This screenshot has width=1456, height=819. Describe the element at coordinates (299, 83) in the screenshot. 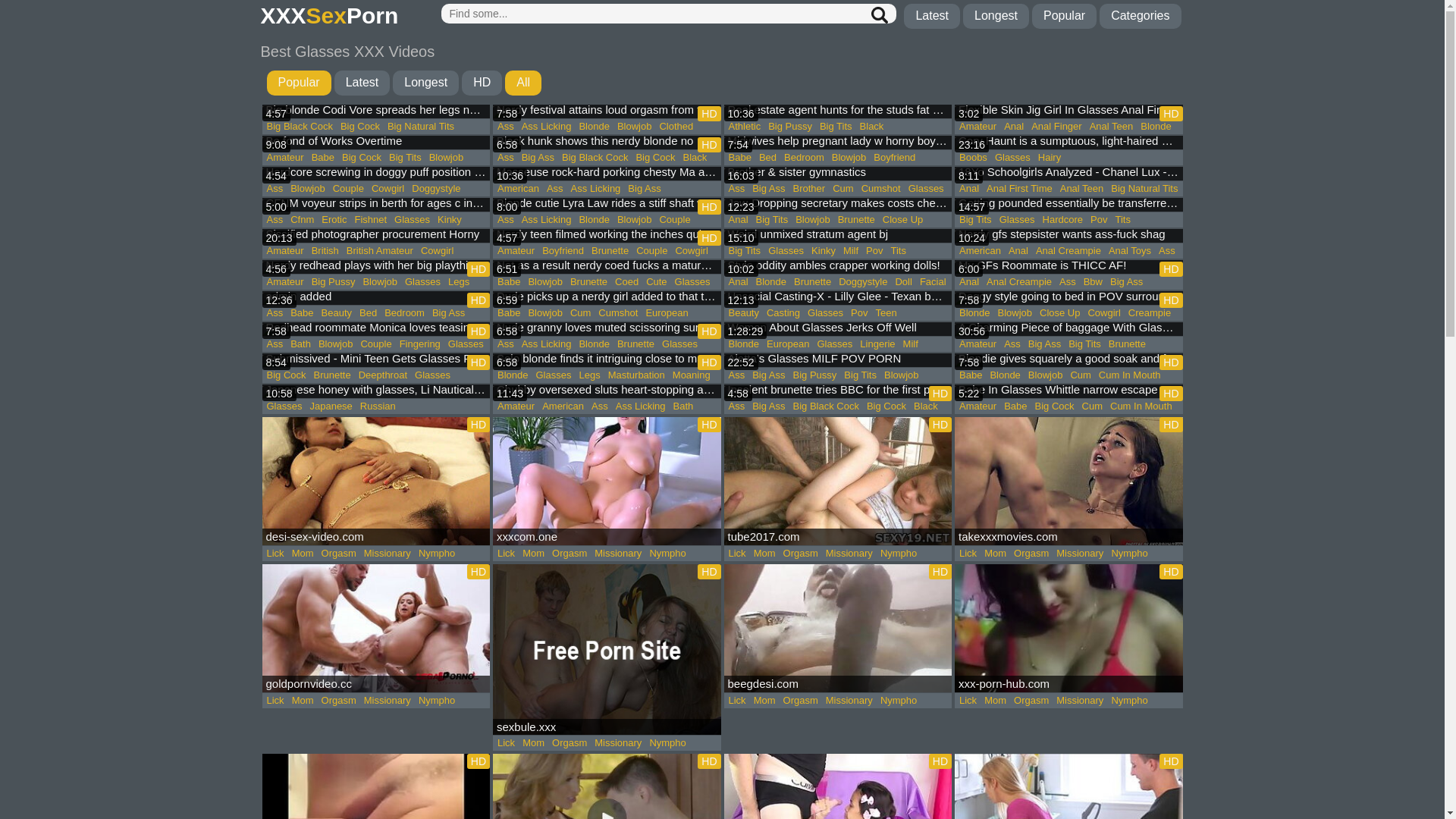

I see `'Popular'` at that location.